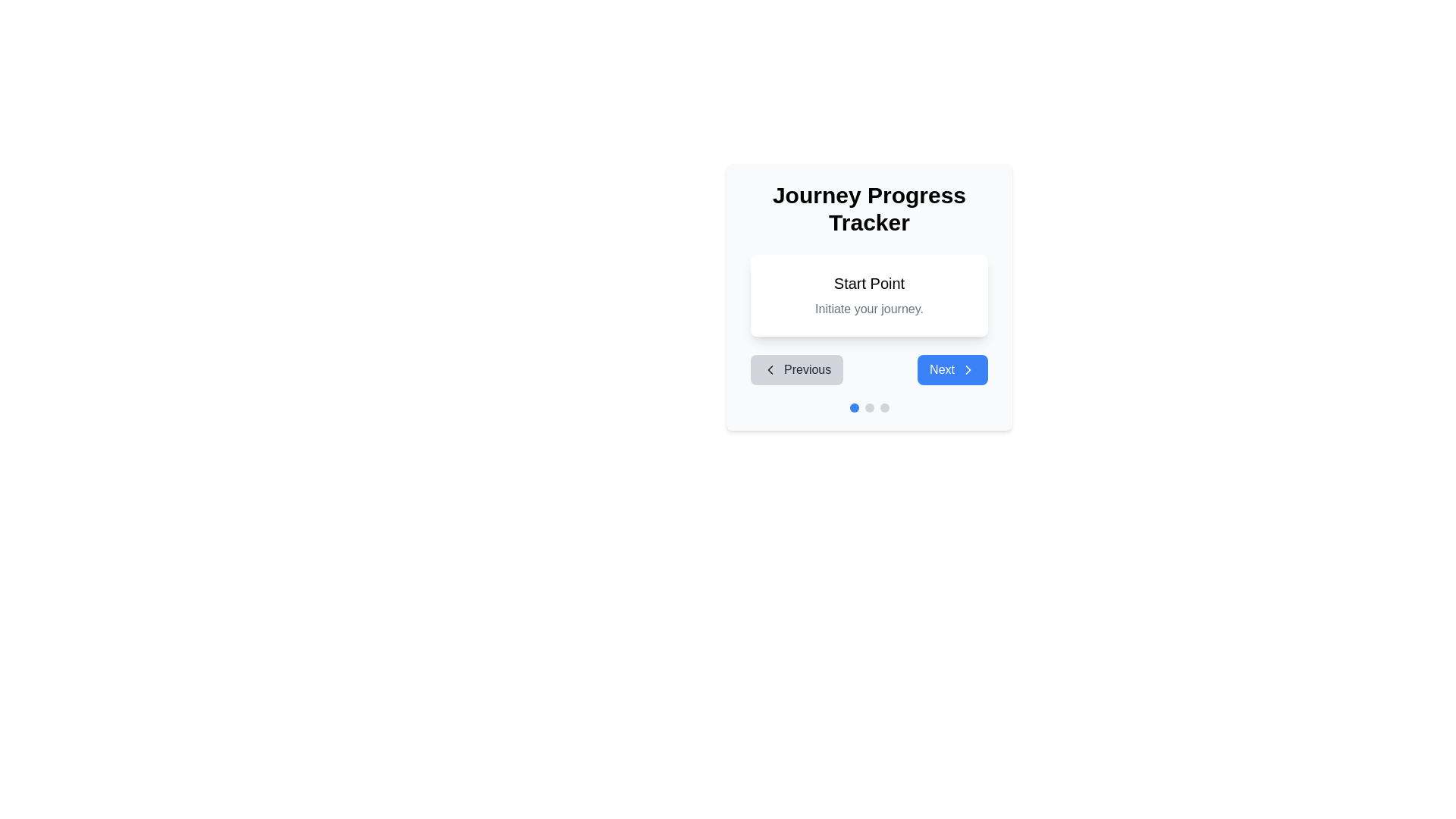  What do you see at coordinates (967, 370) in the screenshot?
I see `the forward navigation icon, which is a graphical arrow located in the bottom-right corner of the 'Journey Progress Tracker' panel, adjacent to the 'Next' button` at bounding box center [967, 370].